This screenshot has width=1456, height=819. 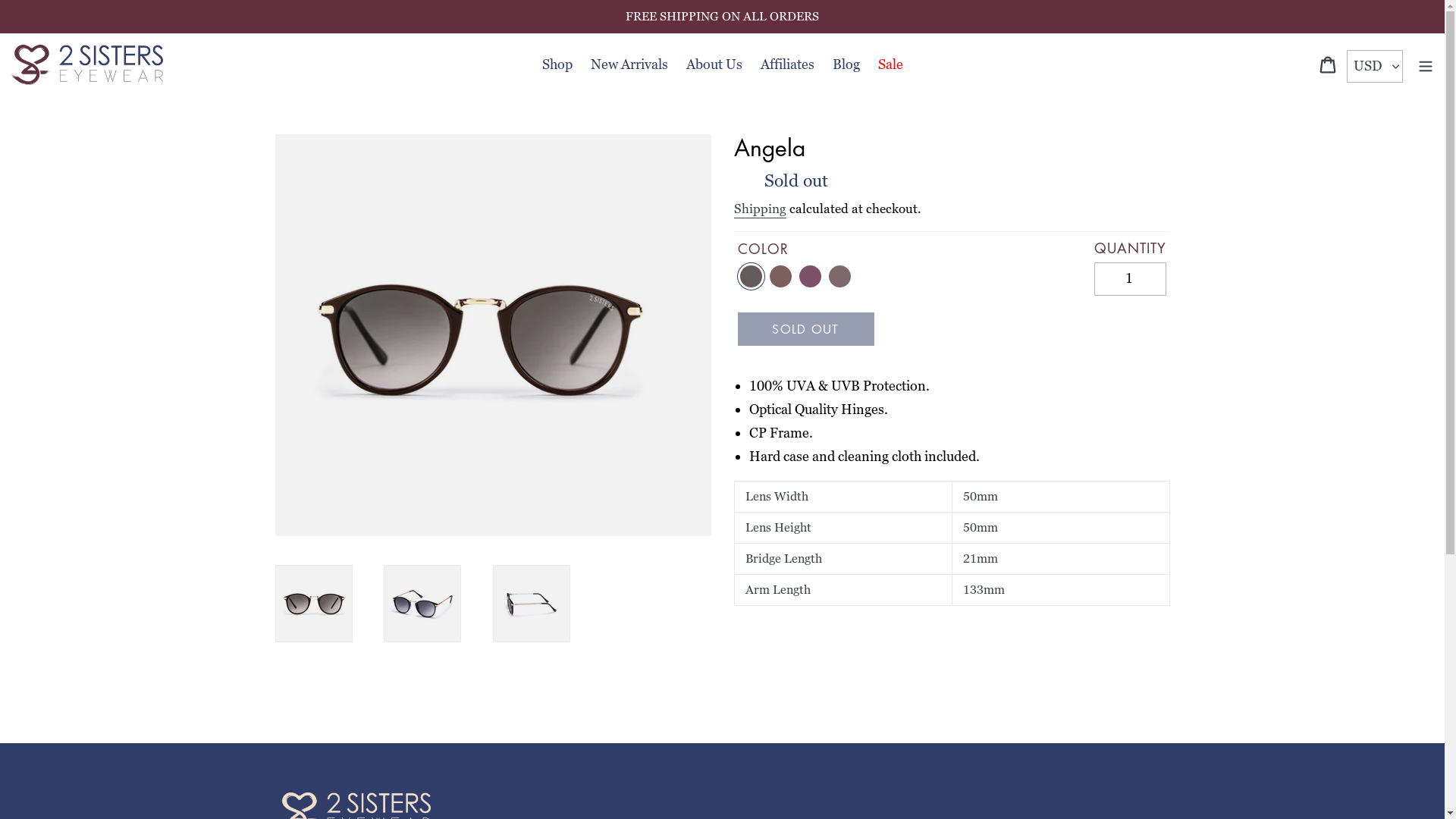 What do you see at coordinates (556, 64) in the screenshot?
I see `'Shop'` at bounding box center [556, 64].